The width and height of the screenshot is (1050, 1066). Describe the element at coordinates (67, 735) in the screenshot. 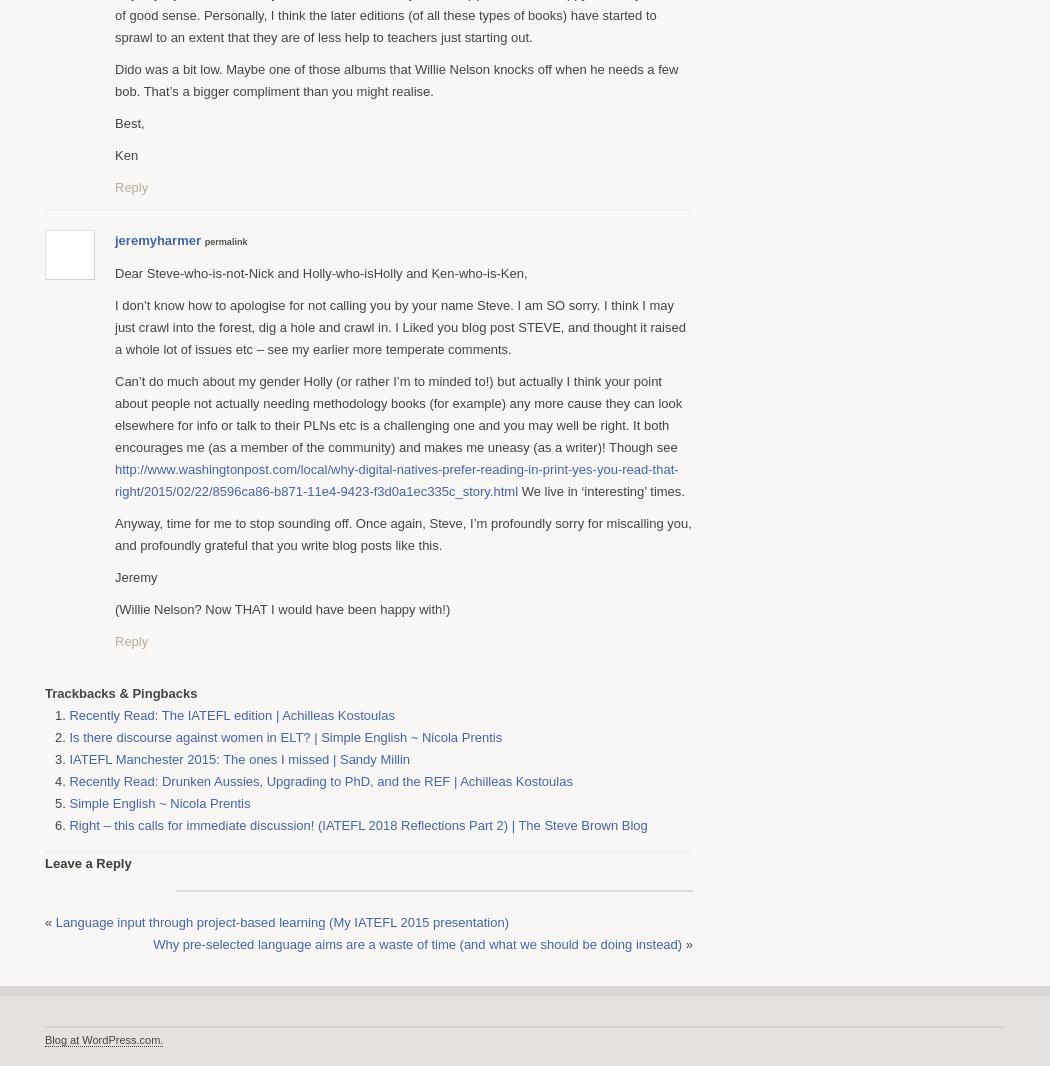

I see `'Is there discourse against women in ELT? | Simple English ~ Nicola Prentis'` at that location.